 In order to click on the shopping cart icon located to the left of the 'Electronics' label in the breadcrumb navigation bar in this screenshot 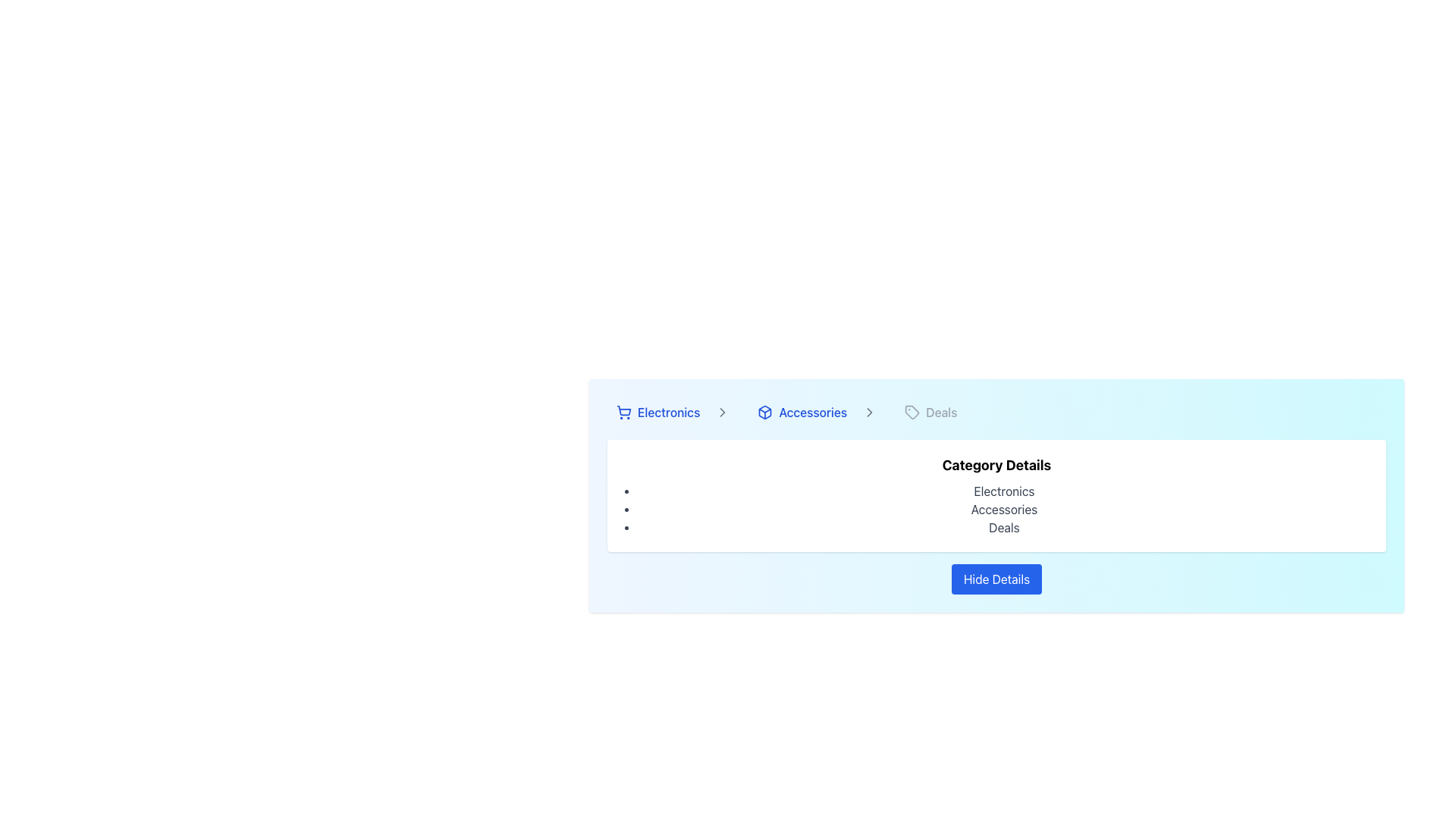, I will do `click(623, 412)`.